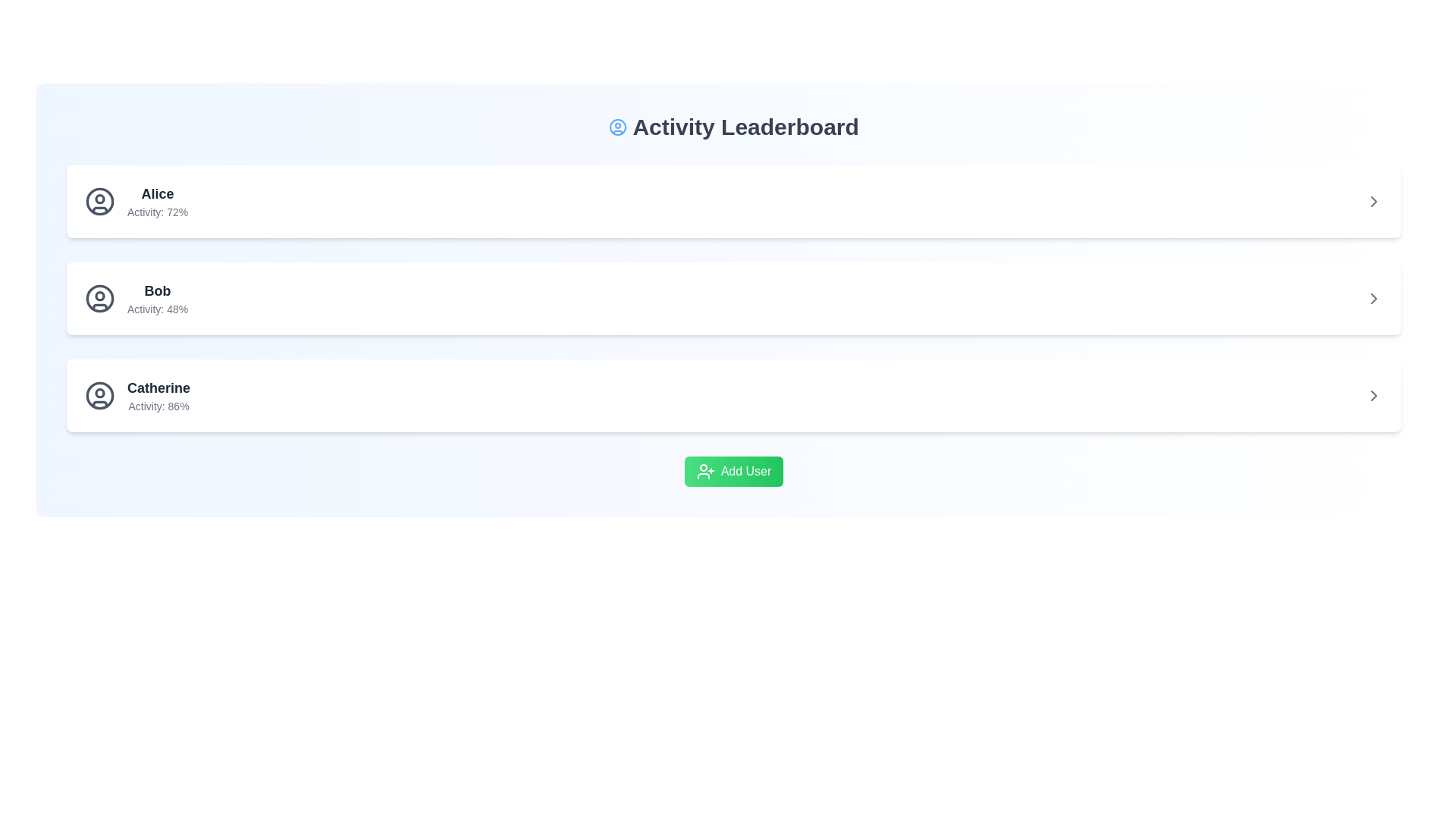 Image resolution: width=1456 pixels, height=819 pixels. I want to click on the text label displaying 'Bob' in bold and dark gray color, located in the second row of the list-like interface, so click(158, 291).